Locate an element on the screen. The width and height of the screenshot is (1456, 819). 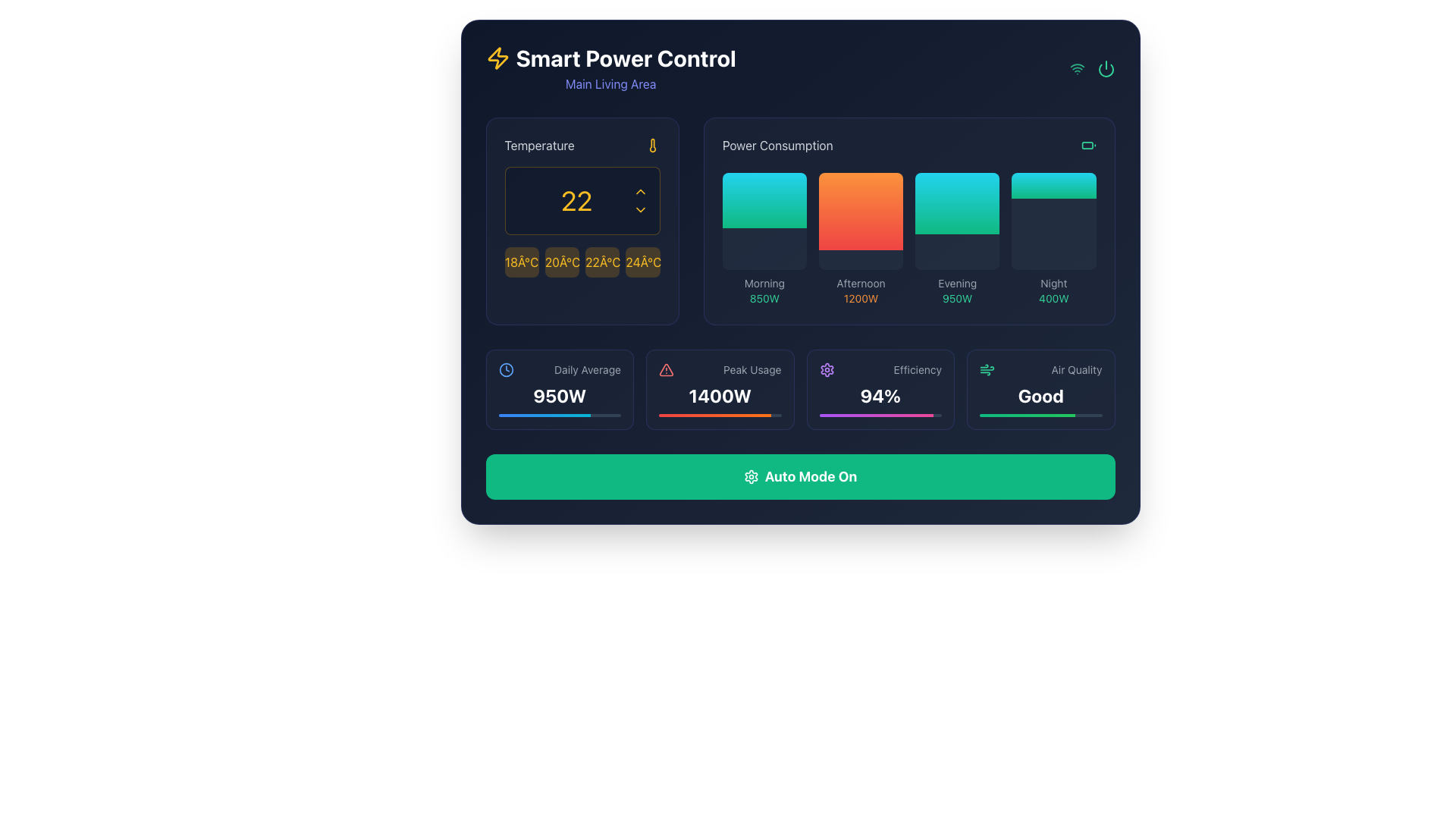
the decorative thermometer icon fragment located at the top left of the 'Temperature' section, which implies temperature measurement functionality is located at coordinates (652, 146).